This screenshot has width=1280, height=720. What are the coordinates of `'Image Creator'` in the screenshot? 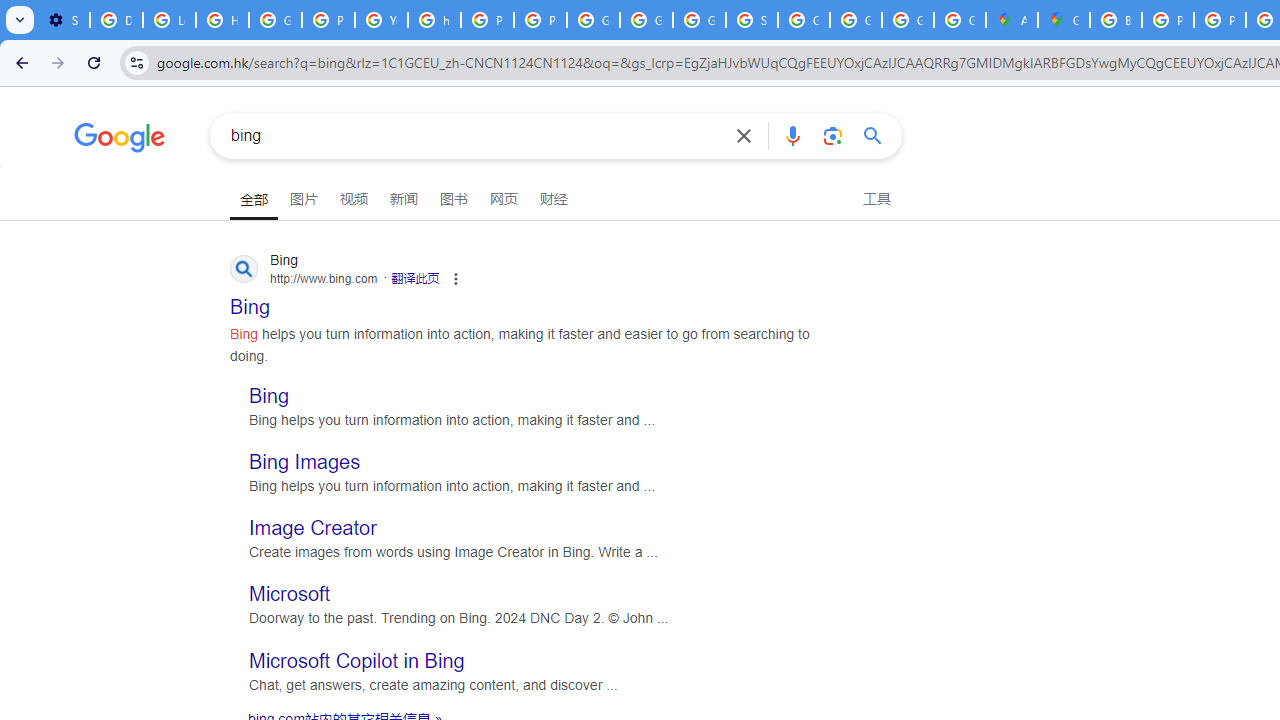 It's located at (312, 527).